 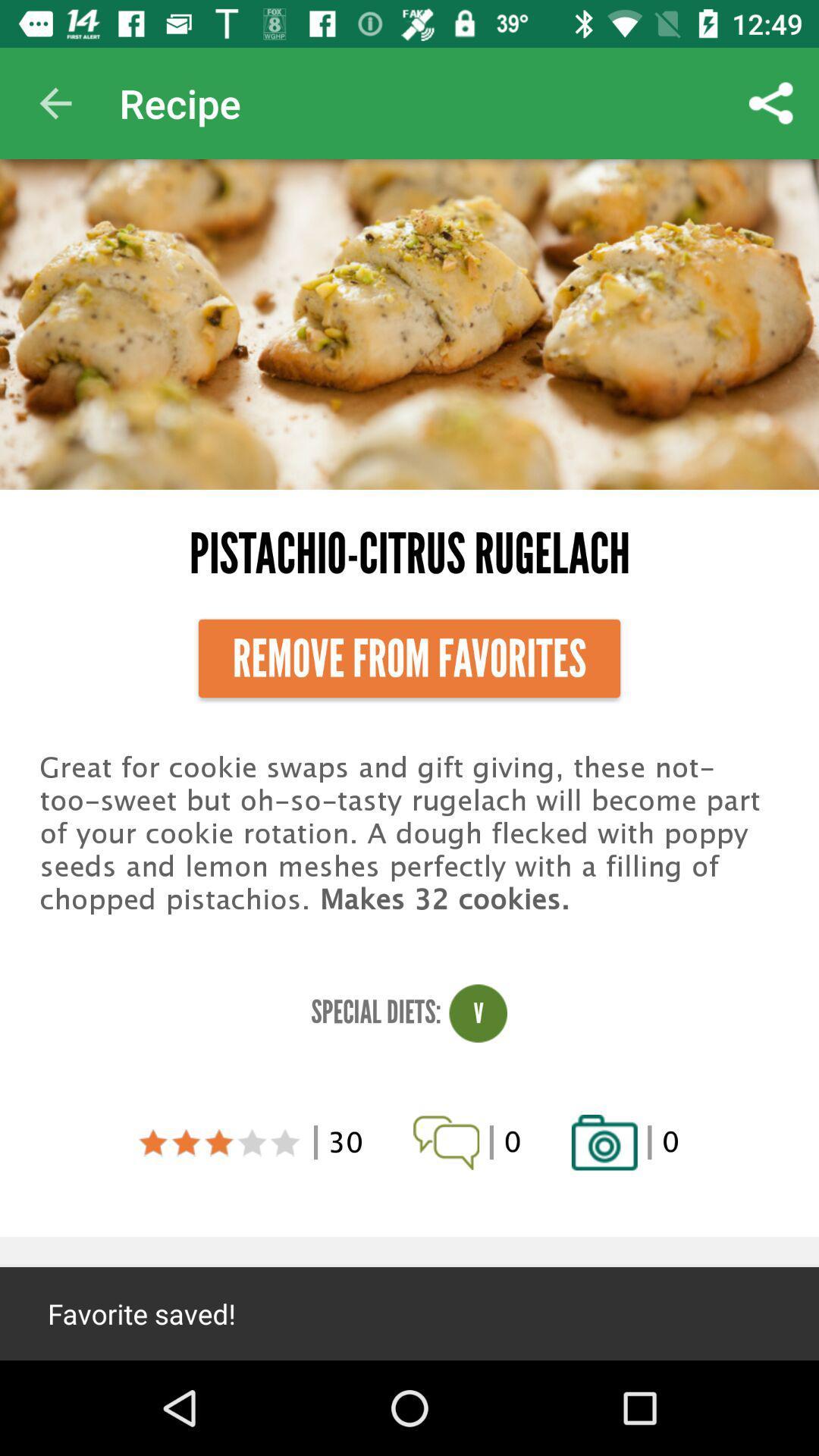 What do you see at coordinates (55, 102) in the screenshot?
I see `app to the left of recipe app` at bounding box center [55, 102].